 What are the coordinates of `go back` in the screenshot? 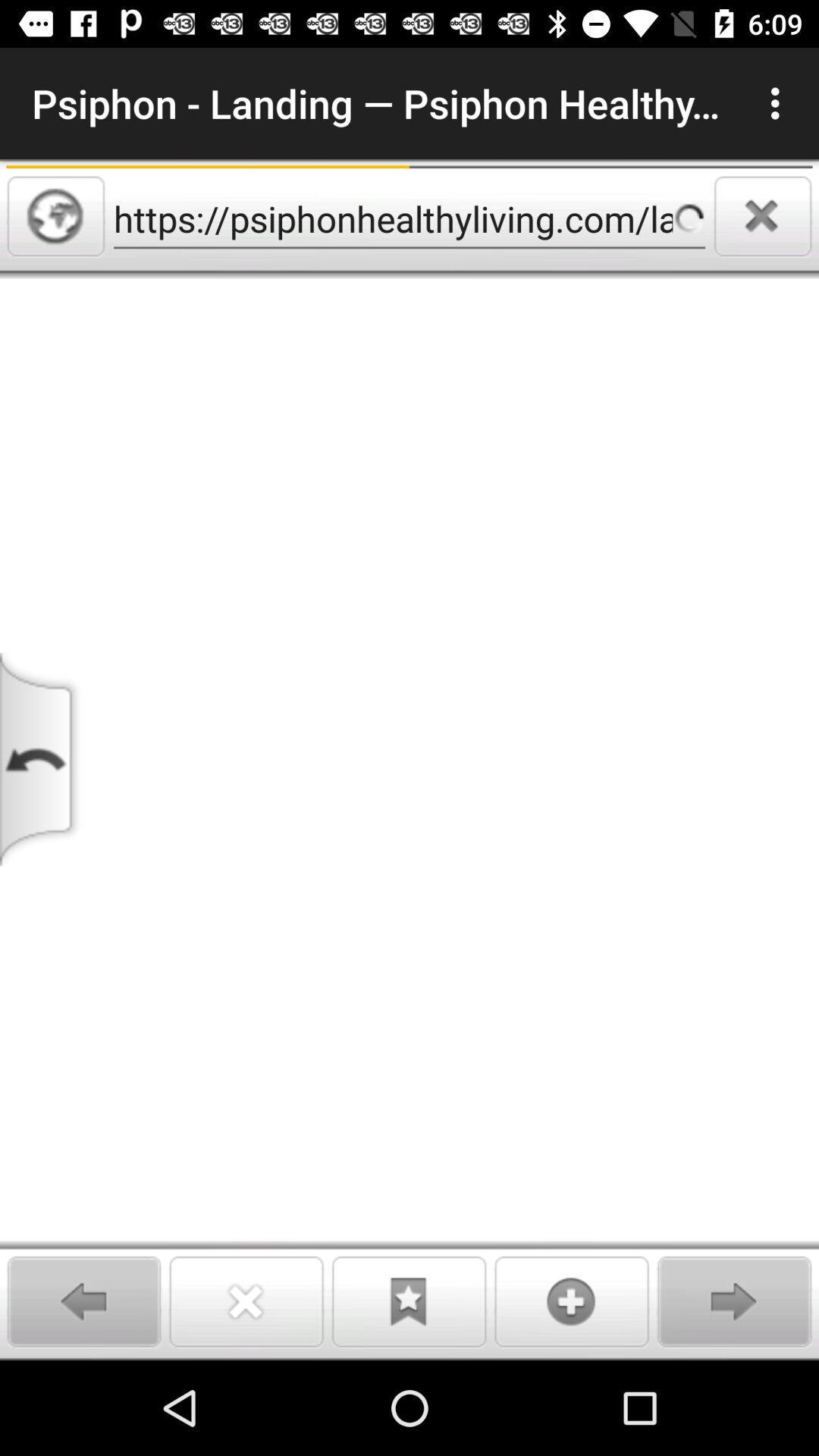 It's located at (41, 759).